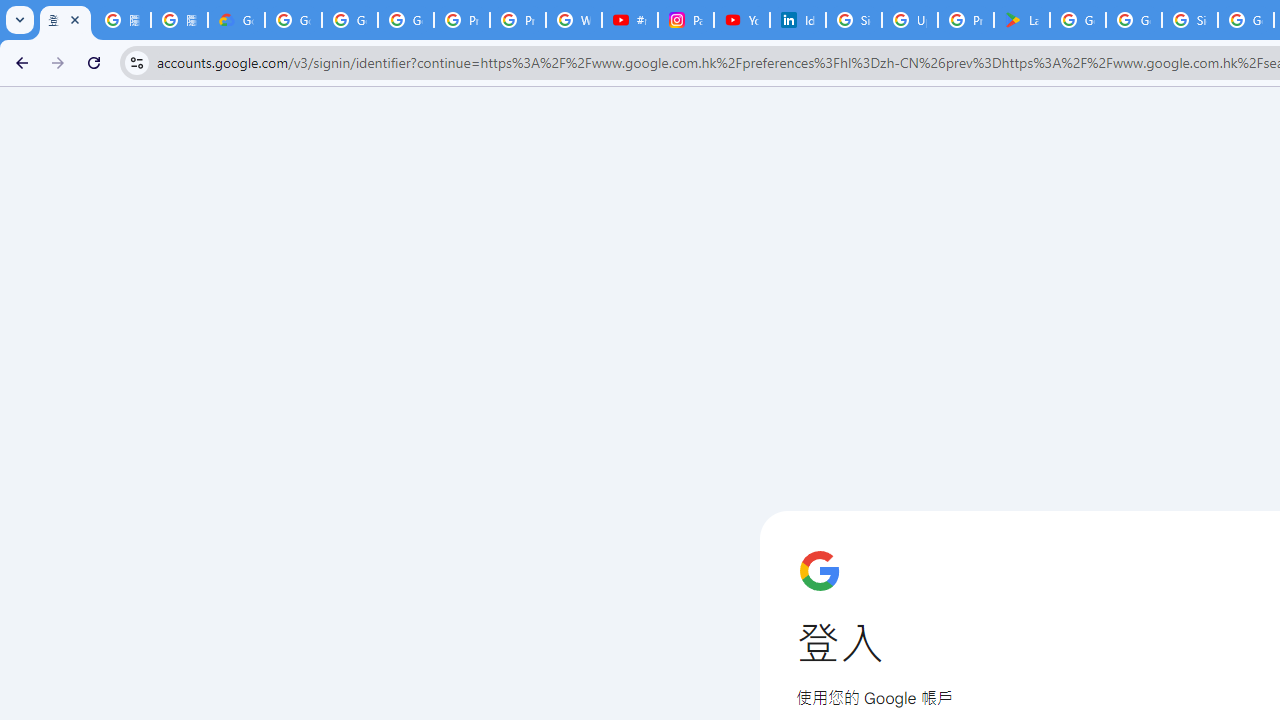  I want to click on 'Sign in - Google Accounts', so click(1190, 20).